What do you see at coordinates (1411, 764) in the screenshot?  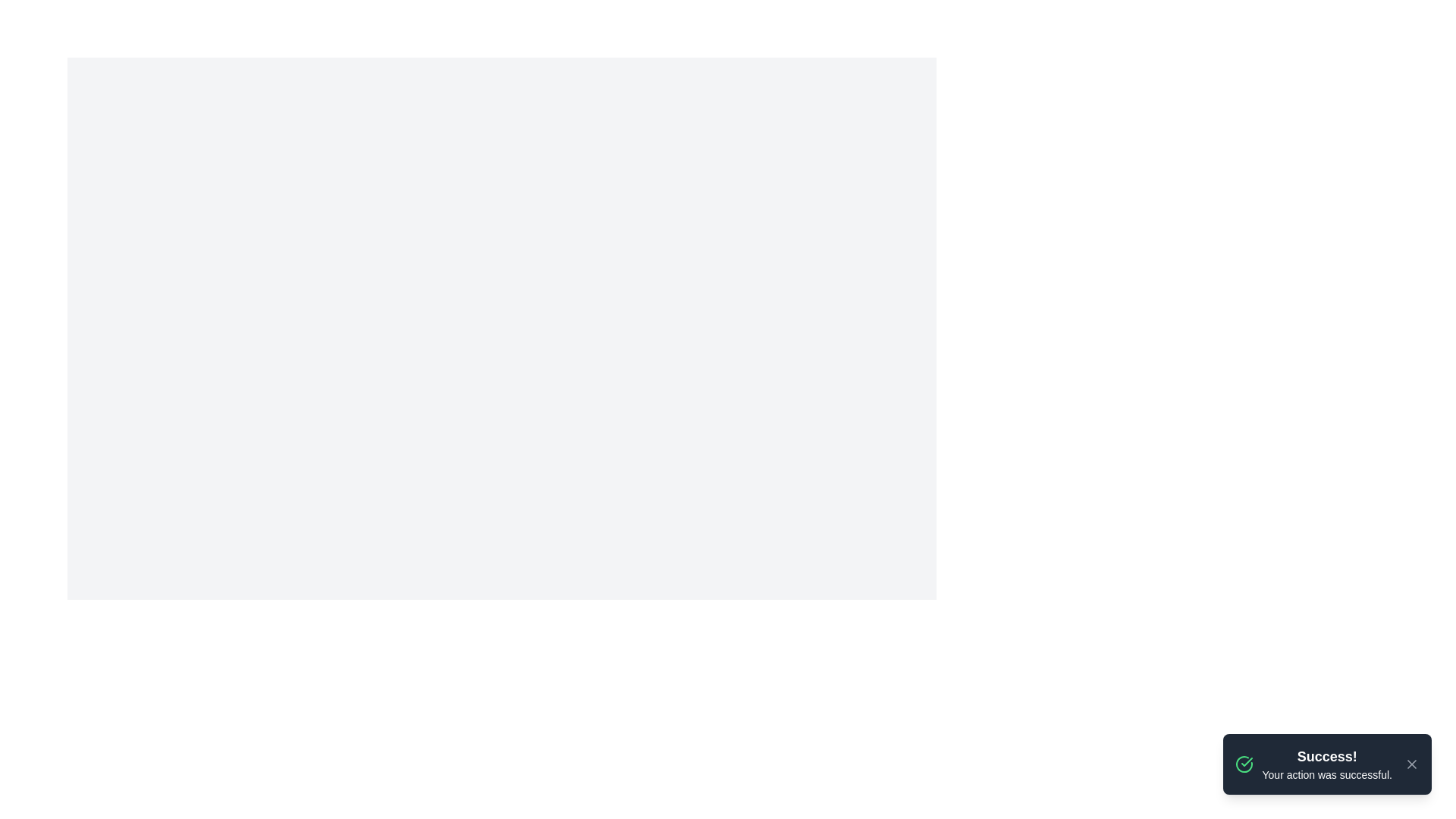 I see `the small gray circular button with an 'X' icon located in the bottom right corner of the notification pane` at bounding box center [1411, 764].